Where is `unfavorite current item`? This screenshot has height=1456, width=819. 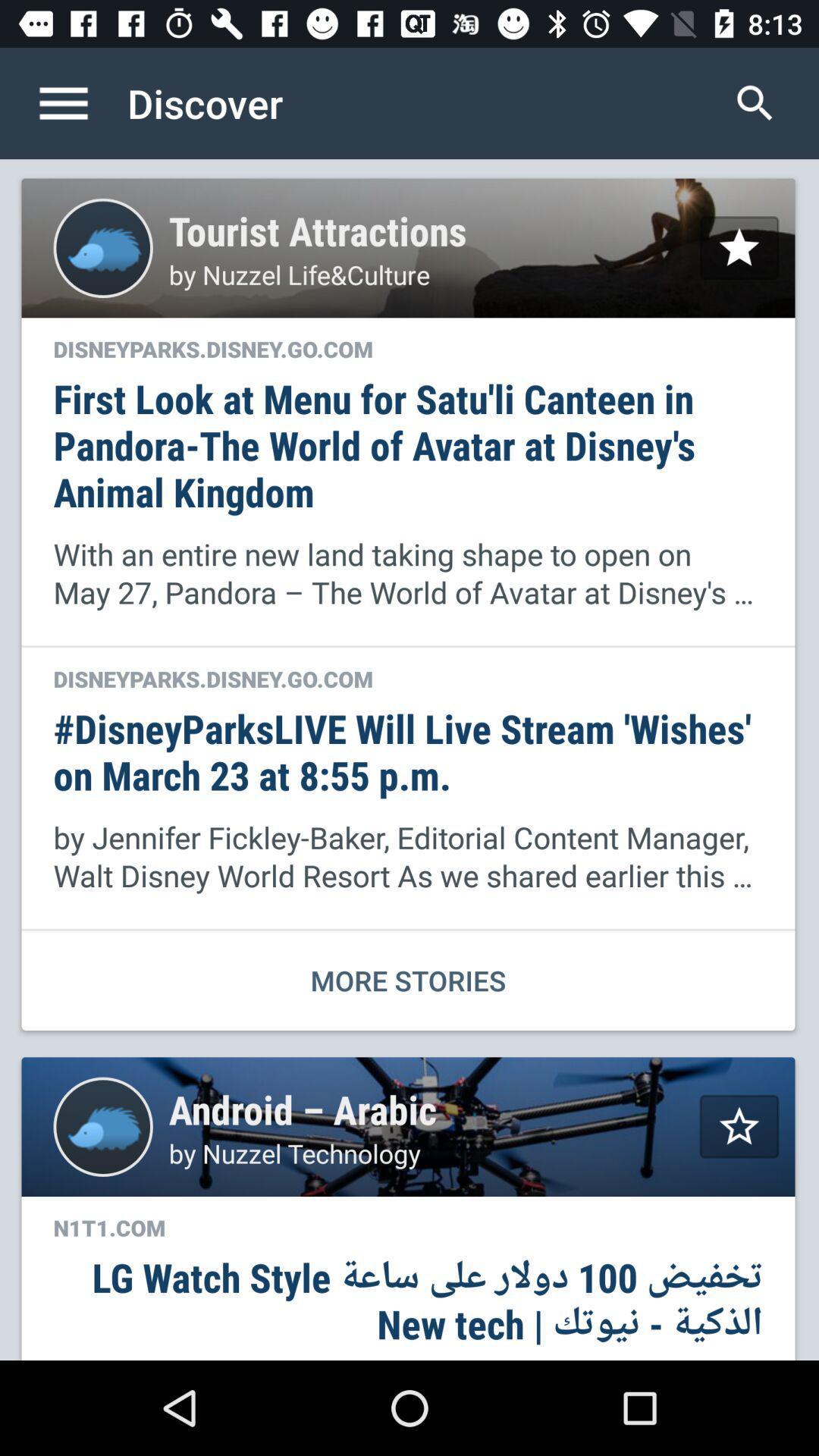
unfavorite current item is located at coordinates (739, 247).